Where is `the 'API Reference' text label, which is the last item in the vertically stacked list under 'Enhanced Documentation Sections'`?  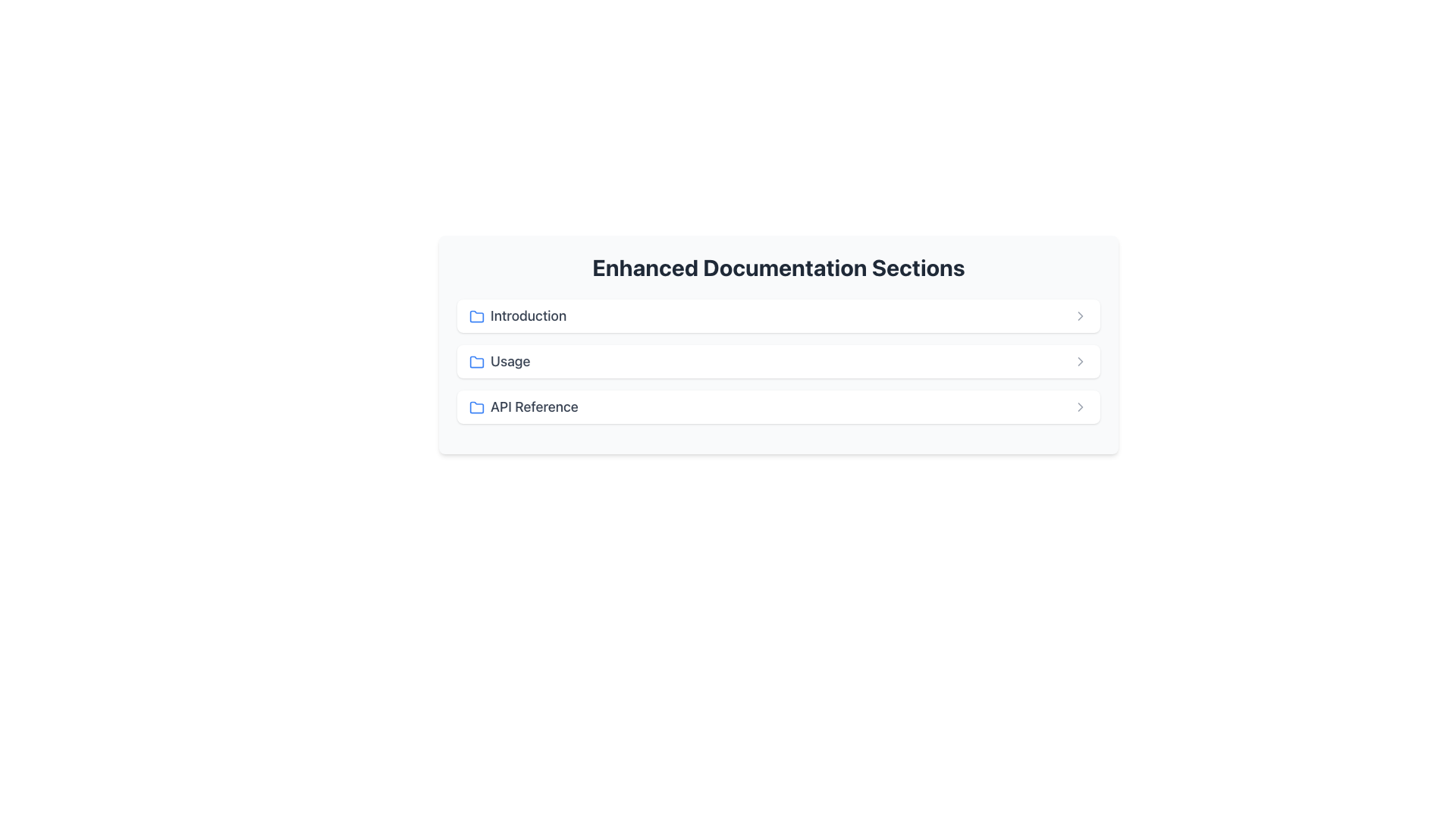 the 'API Reference' text label, which is the last item in the vertically stacked list under 'Enhanced Documentation Sections' is located at coordinates (523, 406).